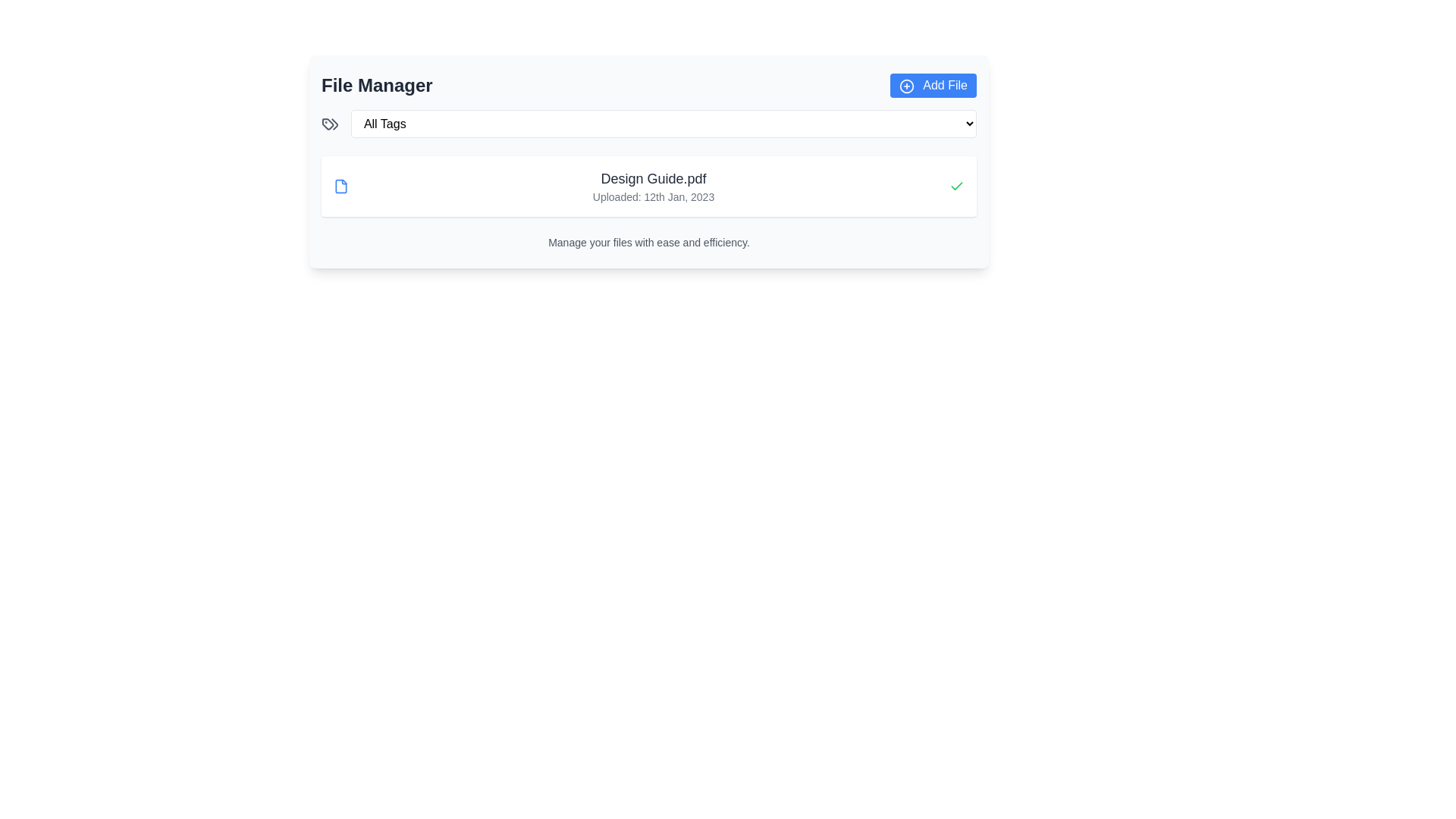  Describe the element at coordinates (648, 242) in the screenshot. I see `the text element that reads 'Manage your files with ease and efficiency.' located at the bottom of the 'File Manager' gray box` at that location.